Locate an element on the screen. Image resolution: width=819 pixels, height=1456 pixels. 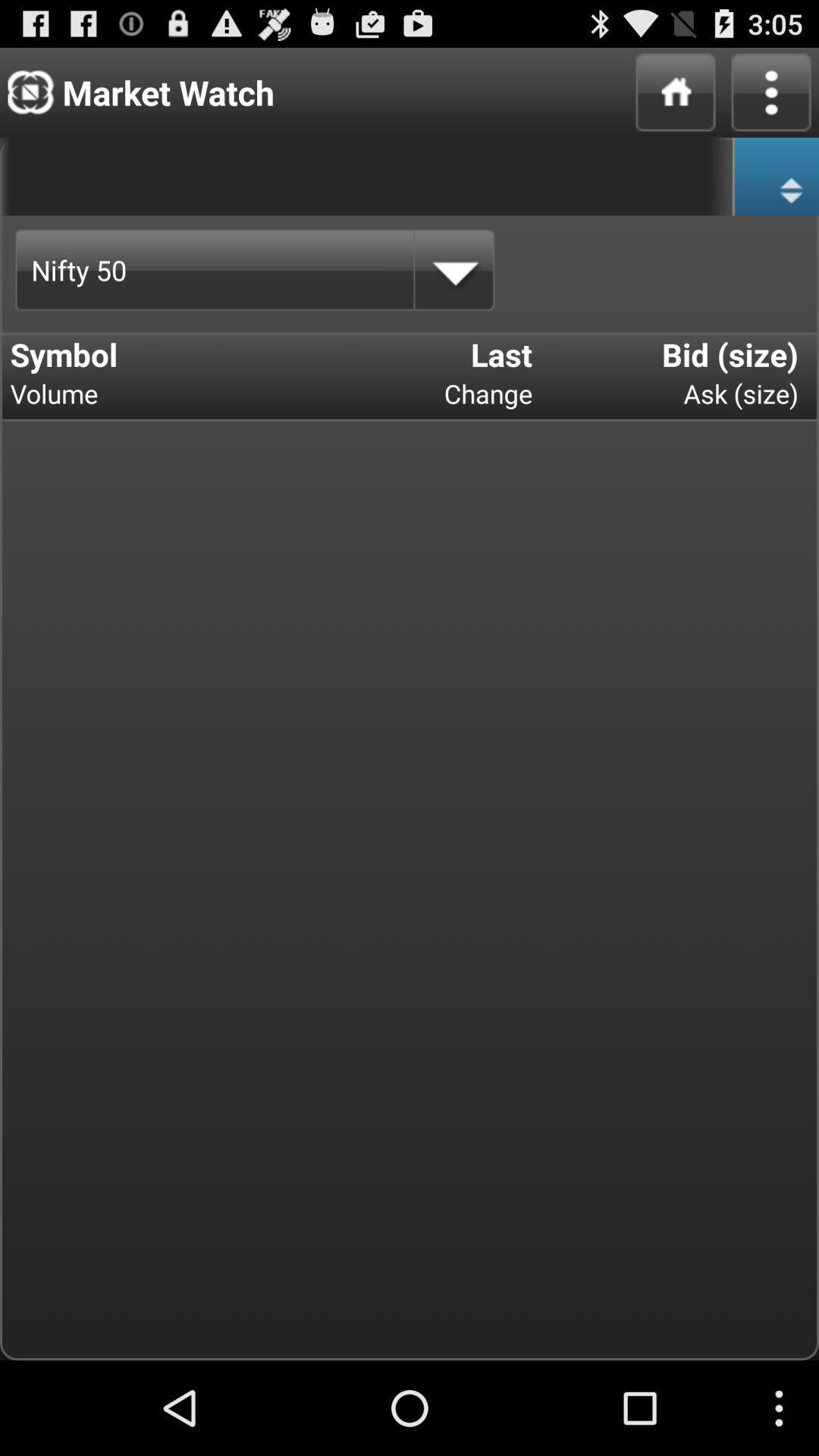
the home icon is located at coordinates (675, 98).